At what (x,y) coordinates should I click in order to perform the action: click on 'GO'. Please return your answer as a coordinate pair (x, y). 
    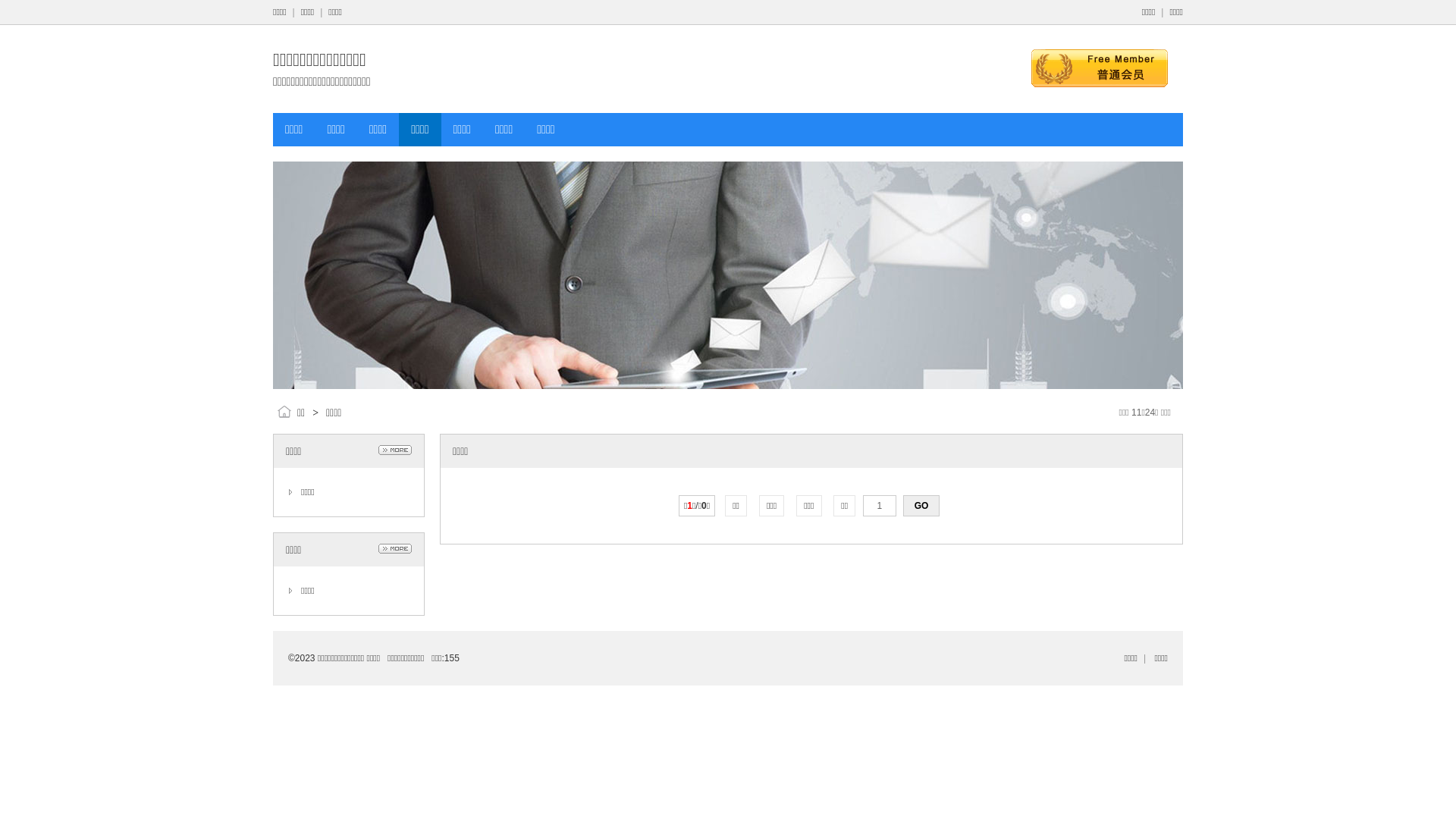
    Looking at the image, I should click on (902, 506).